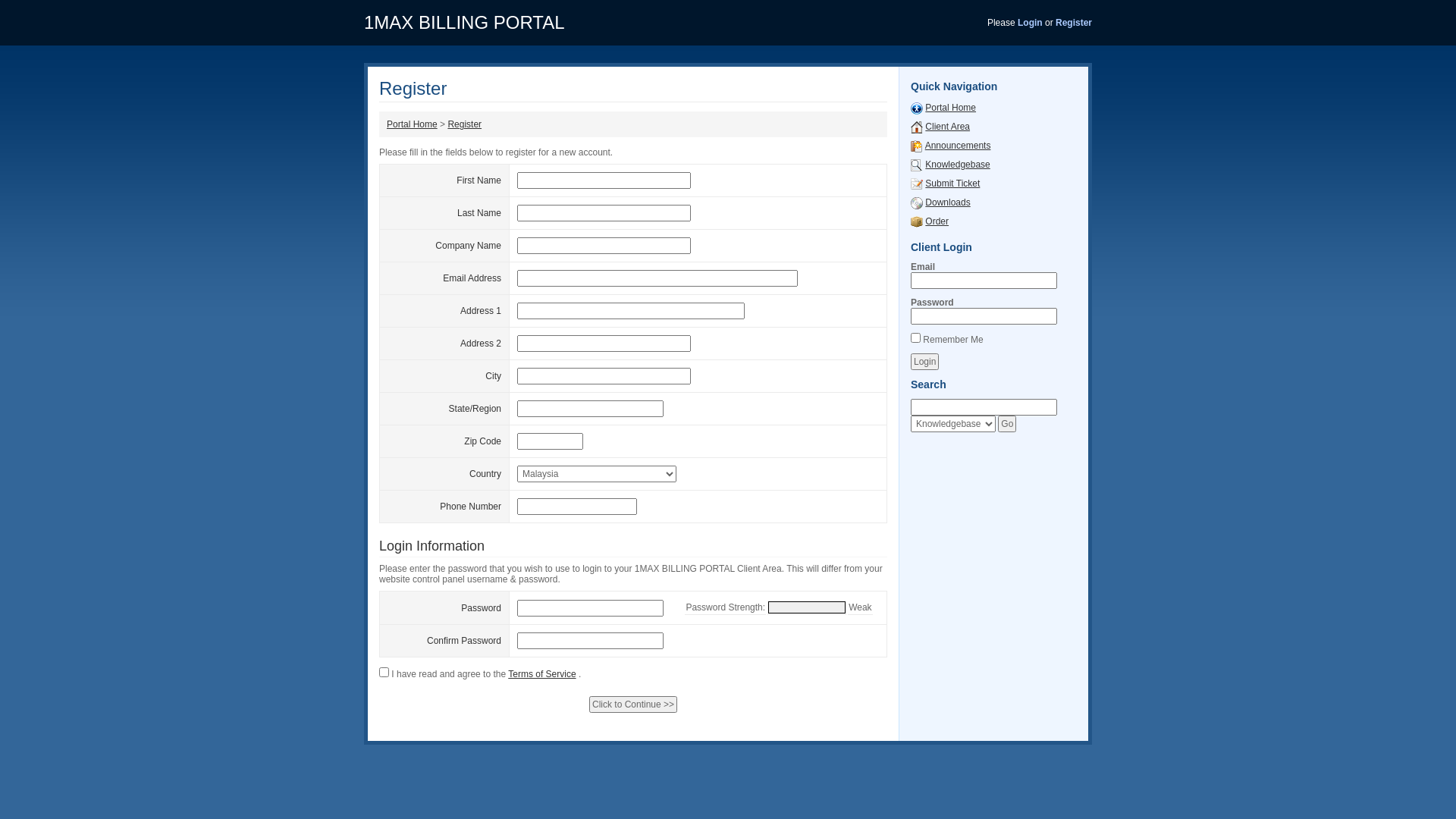 The width and height of the screenshot is (1456, 819). Describe the element at coordinates (916, 146) in the screenshot. I see `'Announcements'` at that location.